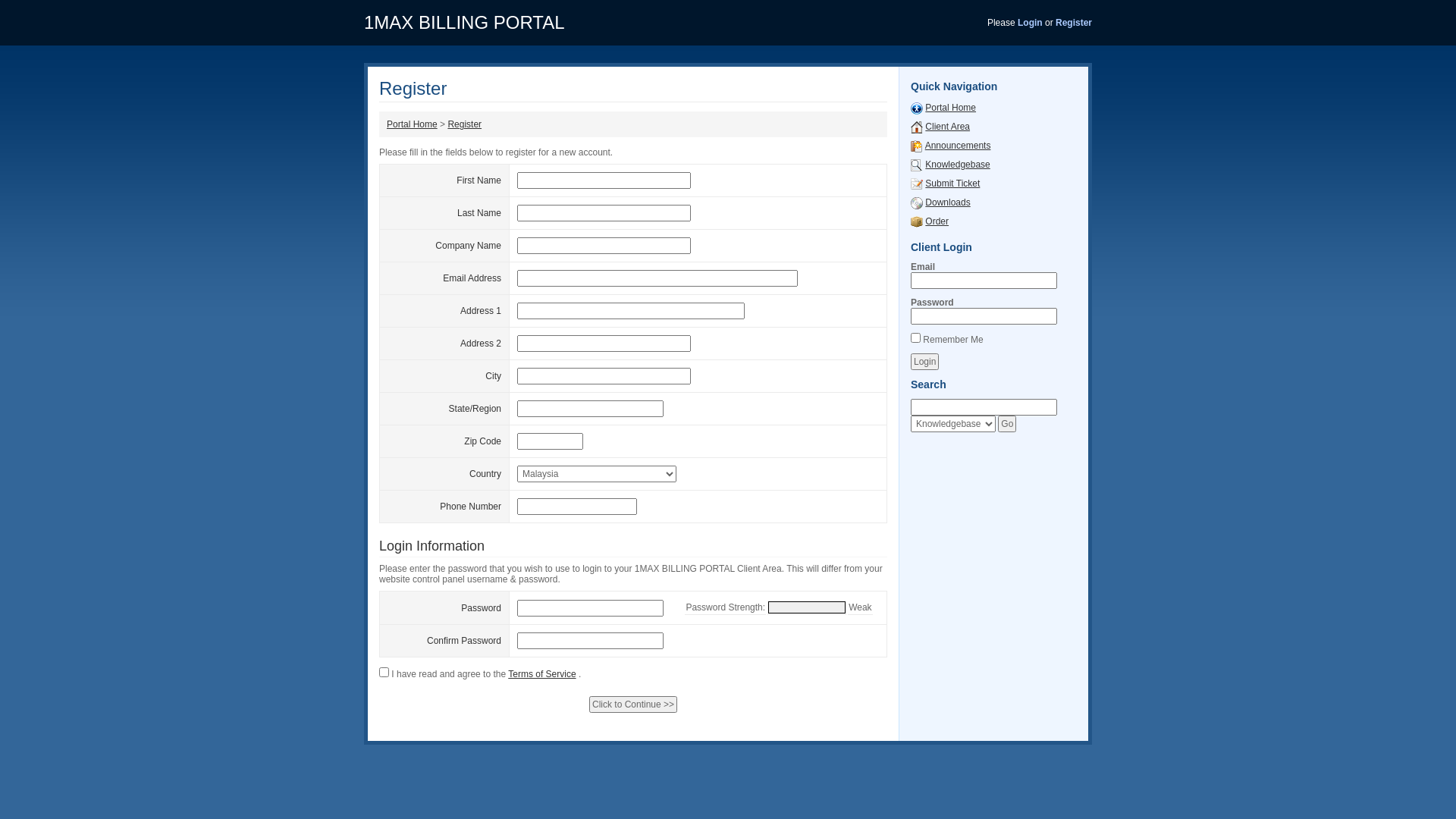 The width and height of the screenshot is (1456, 819). Describe the element at coordinates (916, 146) in the screenshot. I see `'Announcements'` at that location.